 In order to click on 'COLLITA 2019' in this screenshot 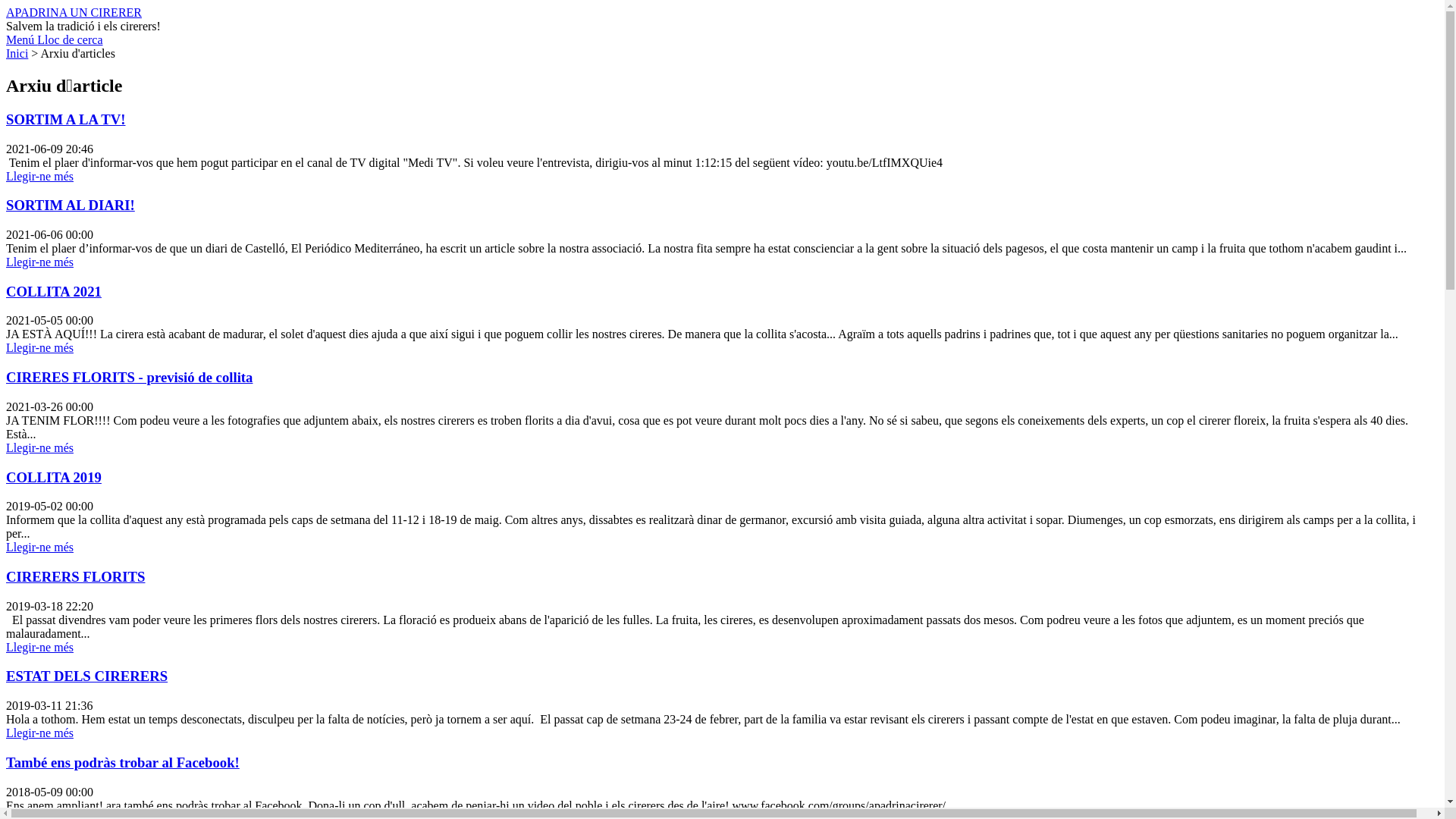, I will do `click(54, 476)`.